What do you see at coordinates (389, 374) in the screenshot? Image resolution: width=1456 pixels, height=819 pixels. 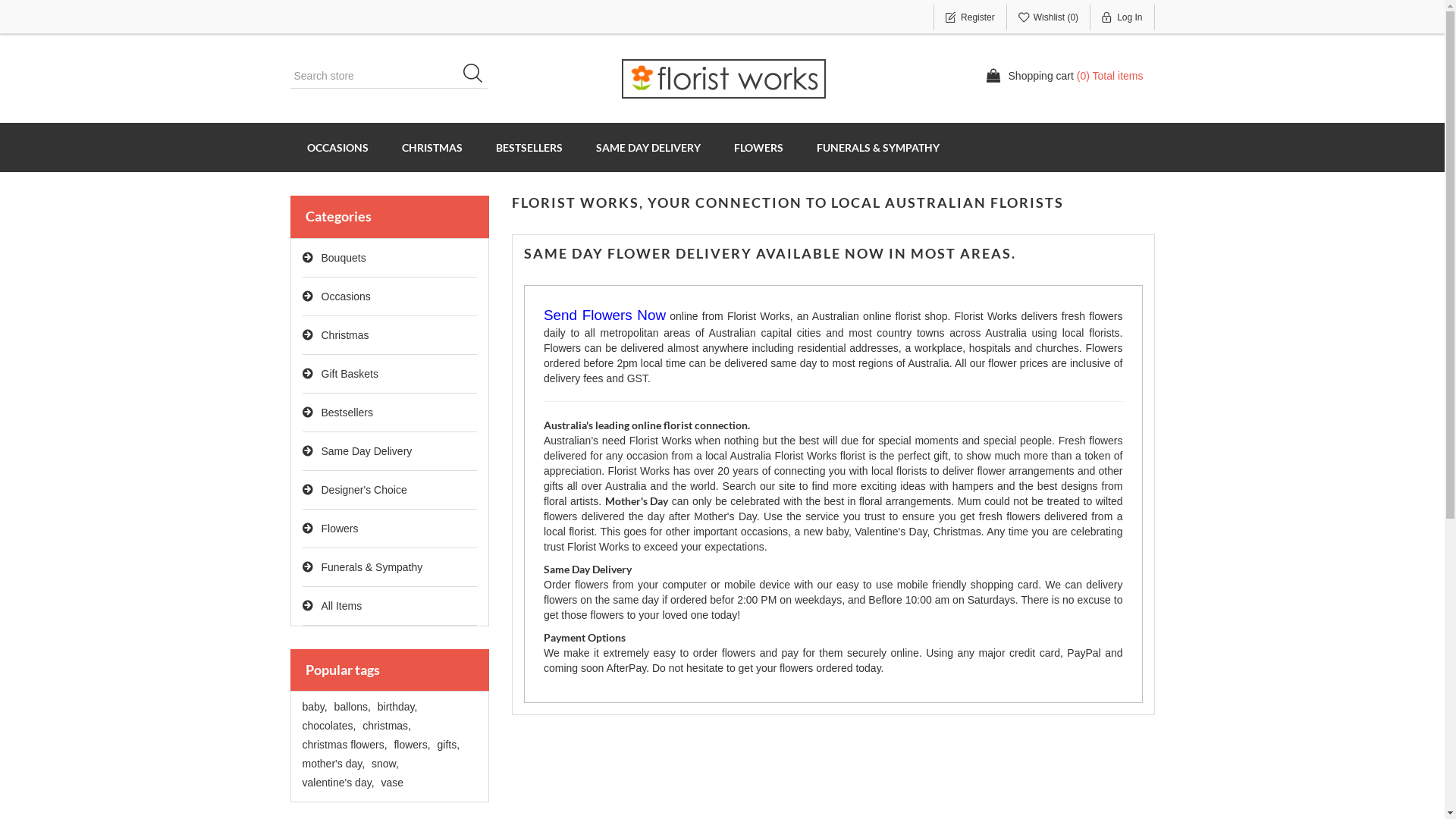 I see `'Gift Baskets'` at bounding box center [389, 374].